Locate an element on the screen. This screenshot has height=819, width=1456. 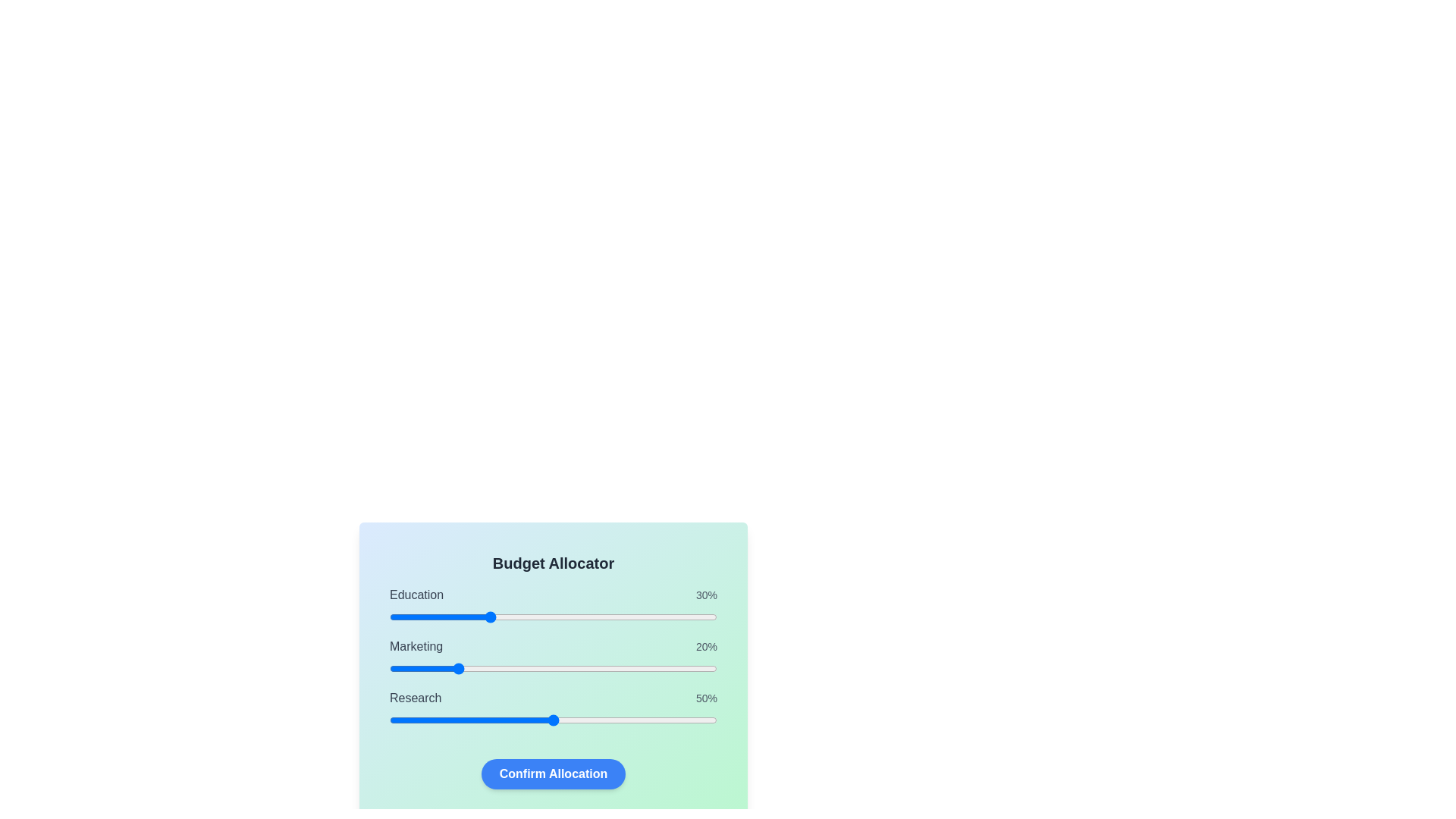
the Research allocation slider to 74% is located at coordinates (632, 719).